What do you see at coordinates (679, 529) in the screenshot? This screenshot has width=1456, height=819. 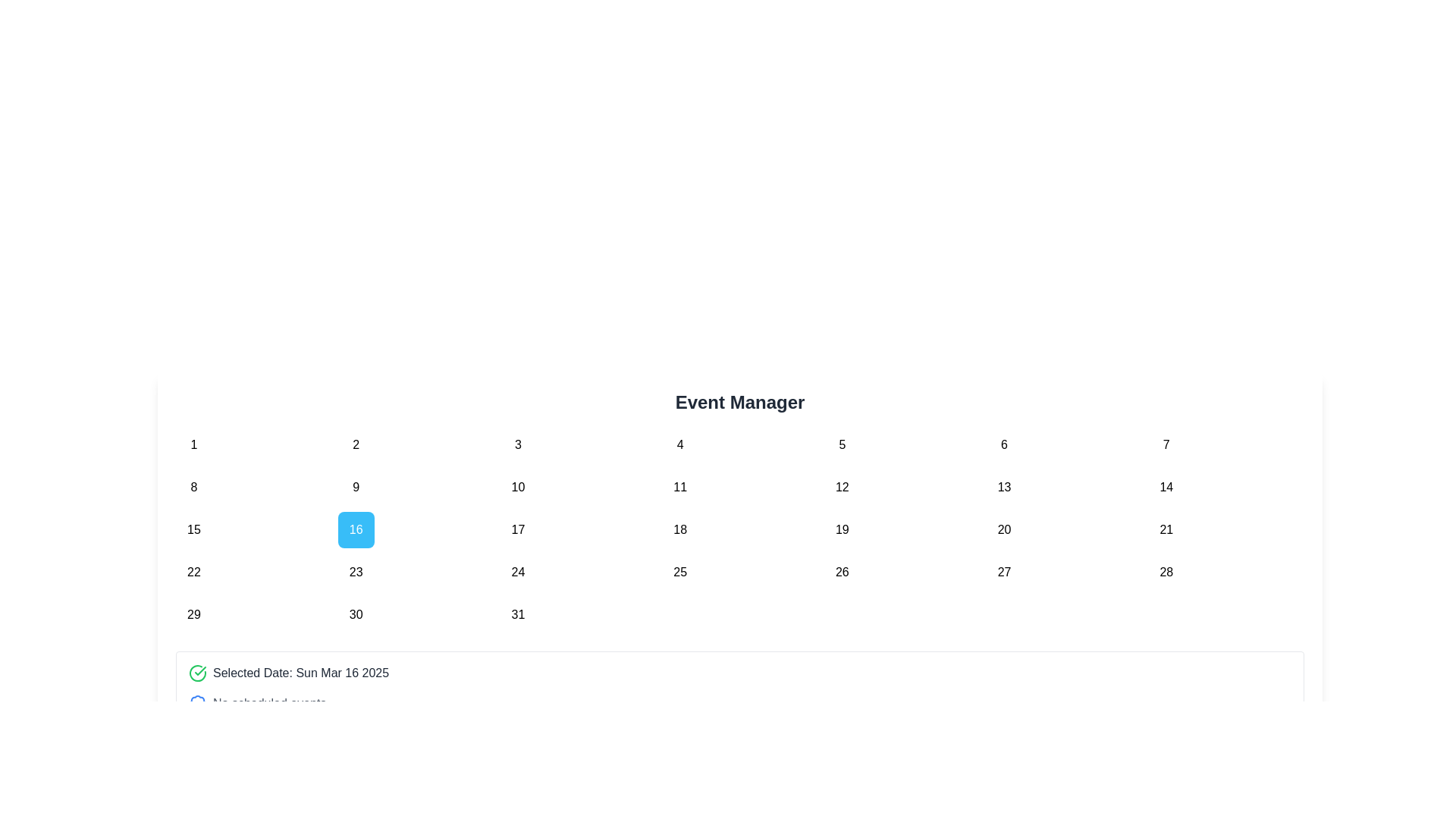 I see `the button representing the day '18' in the calendar view` at bounding box center [679, 529].